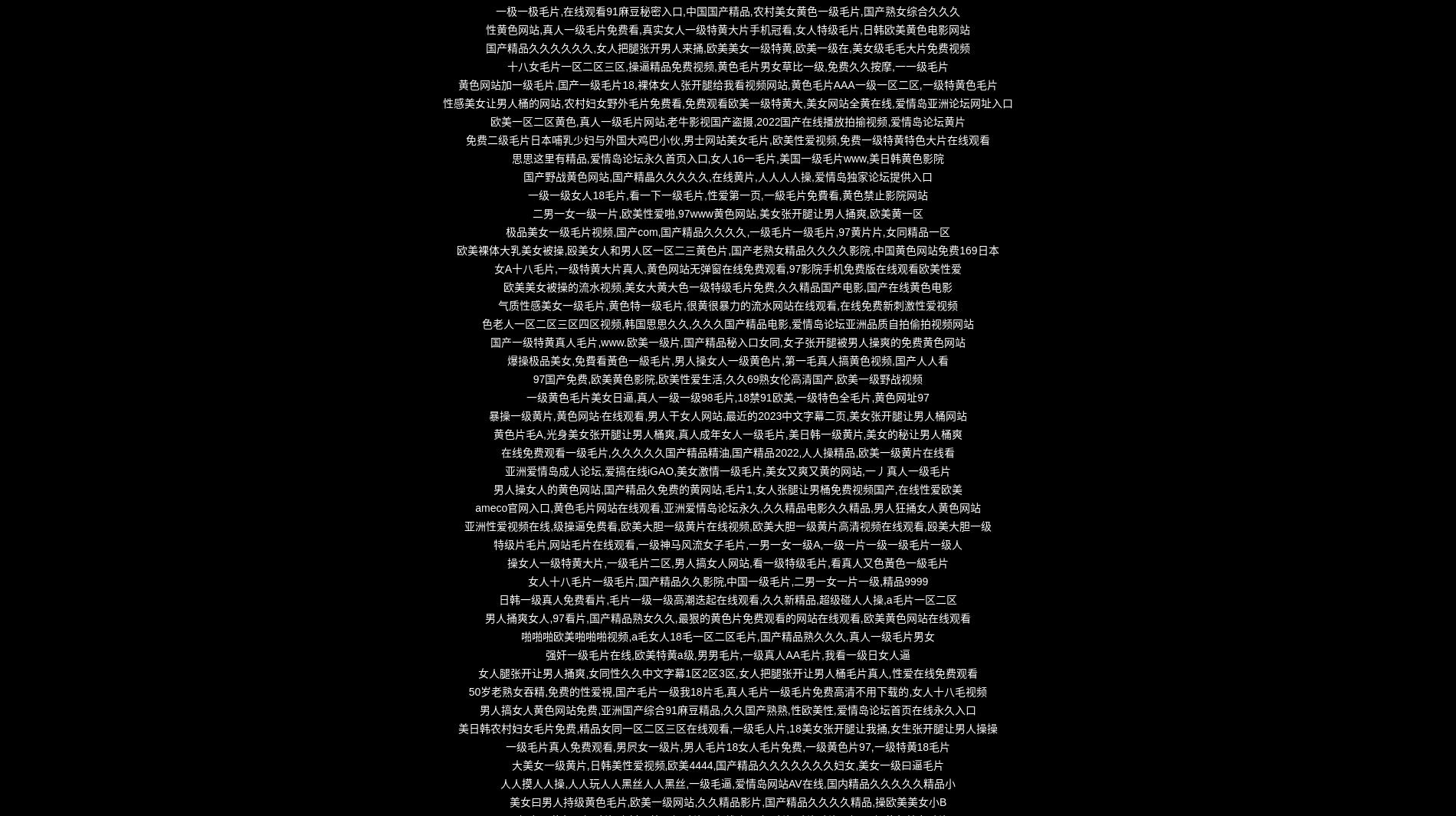  I want to click on '美日韩农村妇女毛片免费,精品女同一区二区三区在线观看,一级毛人片,18美女张开腿让我捅,女生张开腿让男人操操', so click(726, 729).